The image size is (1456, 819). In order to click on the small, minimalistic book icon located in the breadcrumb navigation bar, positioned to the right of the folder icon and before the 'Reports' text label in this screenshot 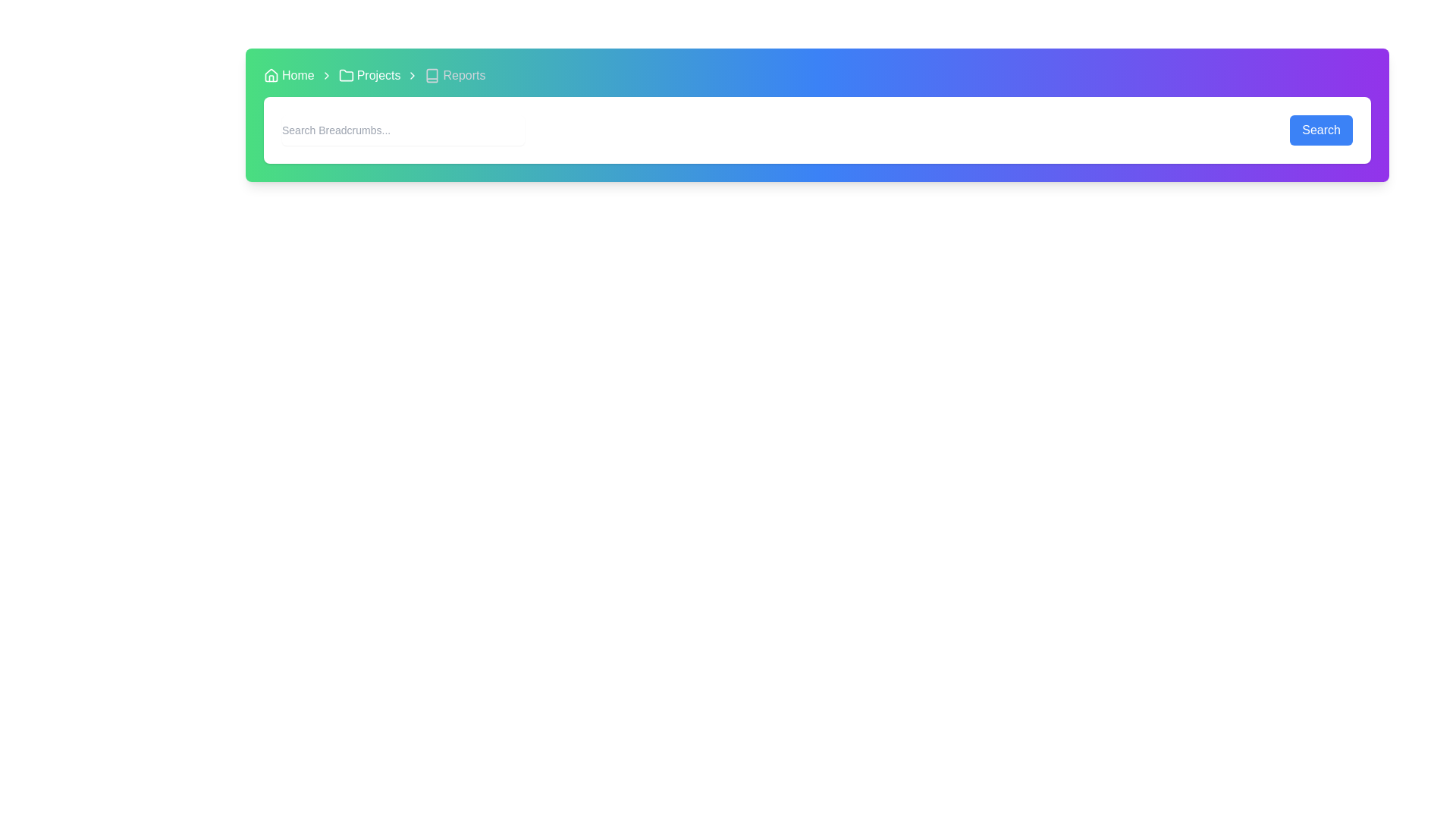, I will do `click(431, 76)`.